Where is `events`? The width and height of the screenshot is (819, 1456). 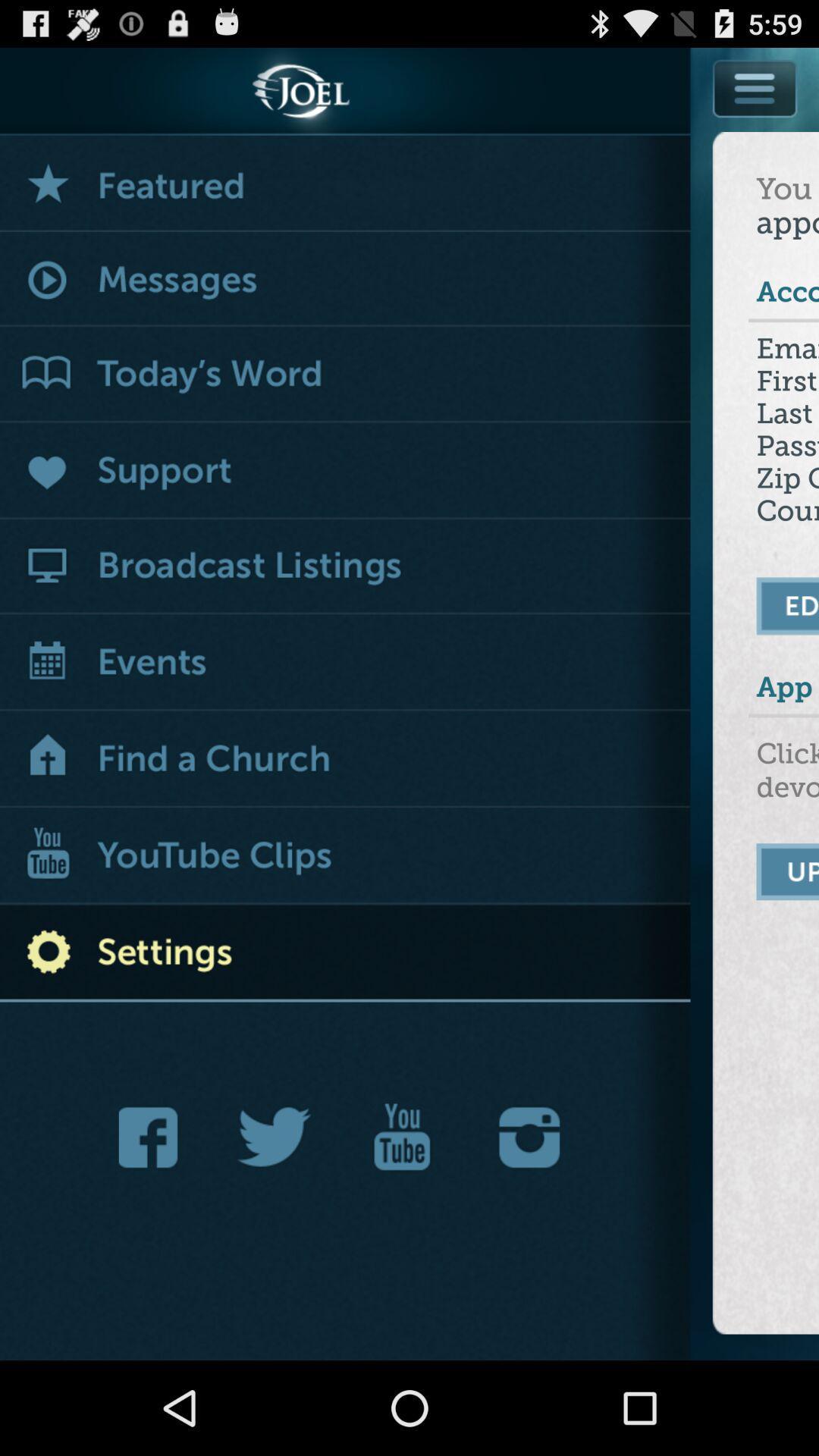 events is located at coordinates (345, 664).